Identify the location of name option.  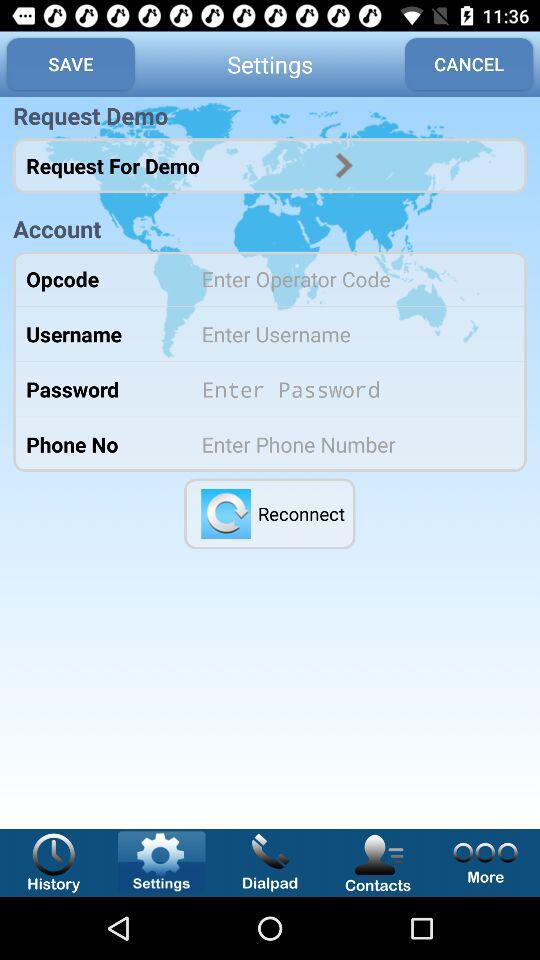
(350, 334).